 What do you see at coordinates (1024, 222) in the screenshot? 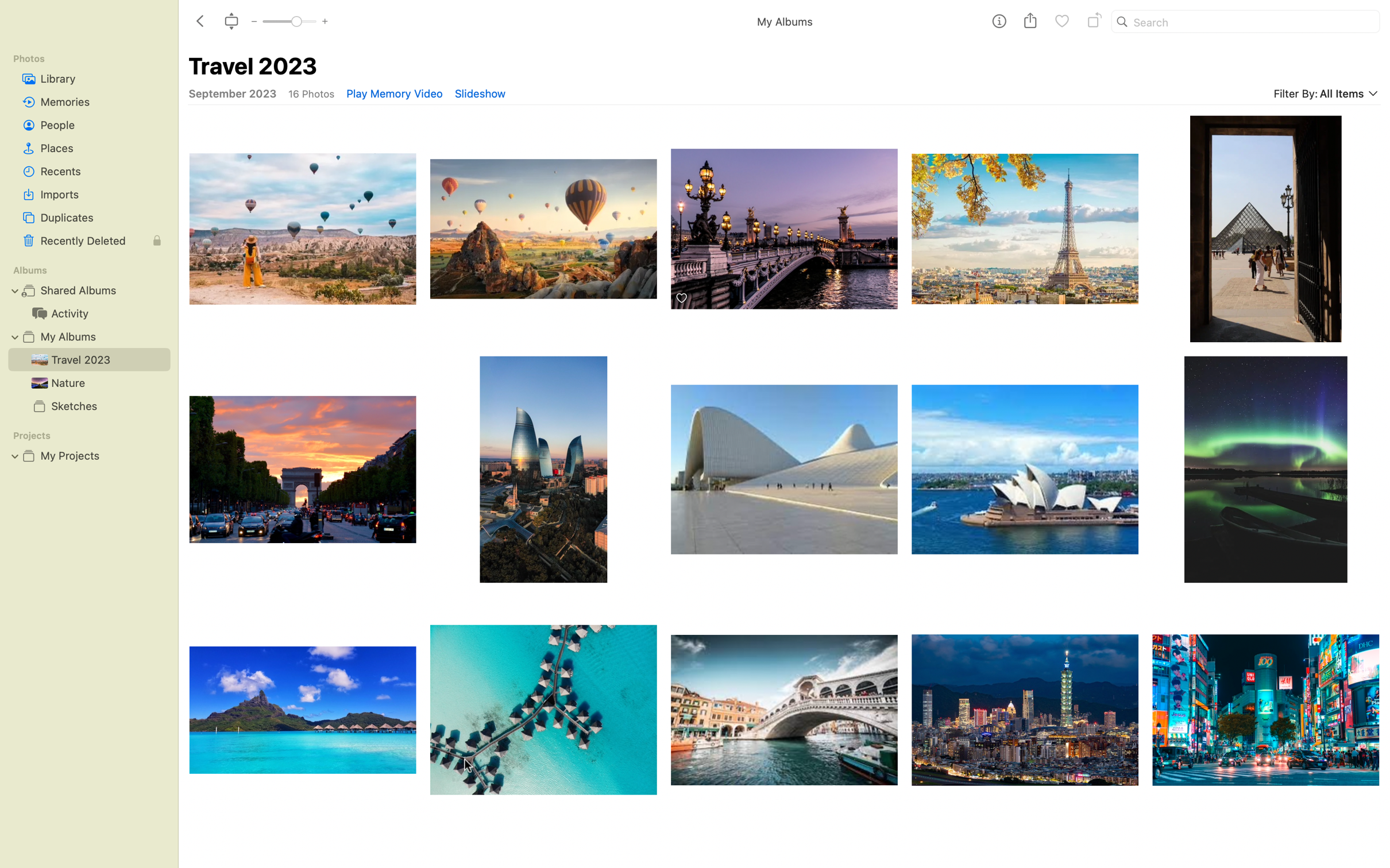
I see `two full turns to an Eiffel Tower snapshot` at bounding box center [1024, 222].